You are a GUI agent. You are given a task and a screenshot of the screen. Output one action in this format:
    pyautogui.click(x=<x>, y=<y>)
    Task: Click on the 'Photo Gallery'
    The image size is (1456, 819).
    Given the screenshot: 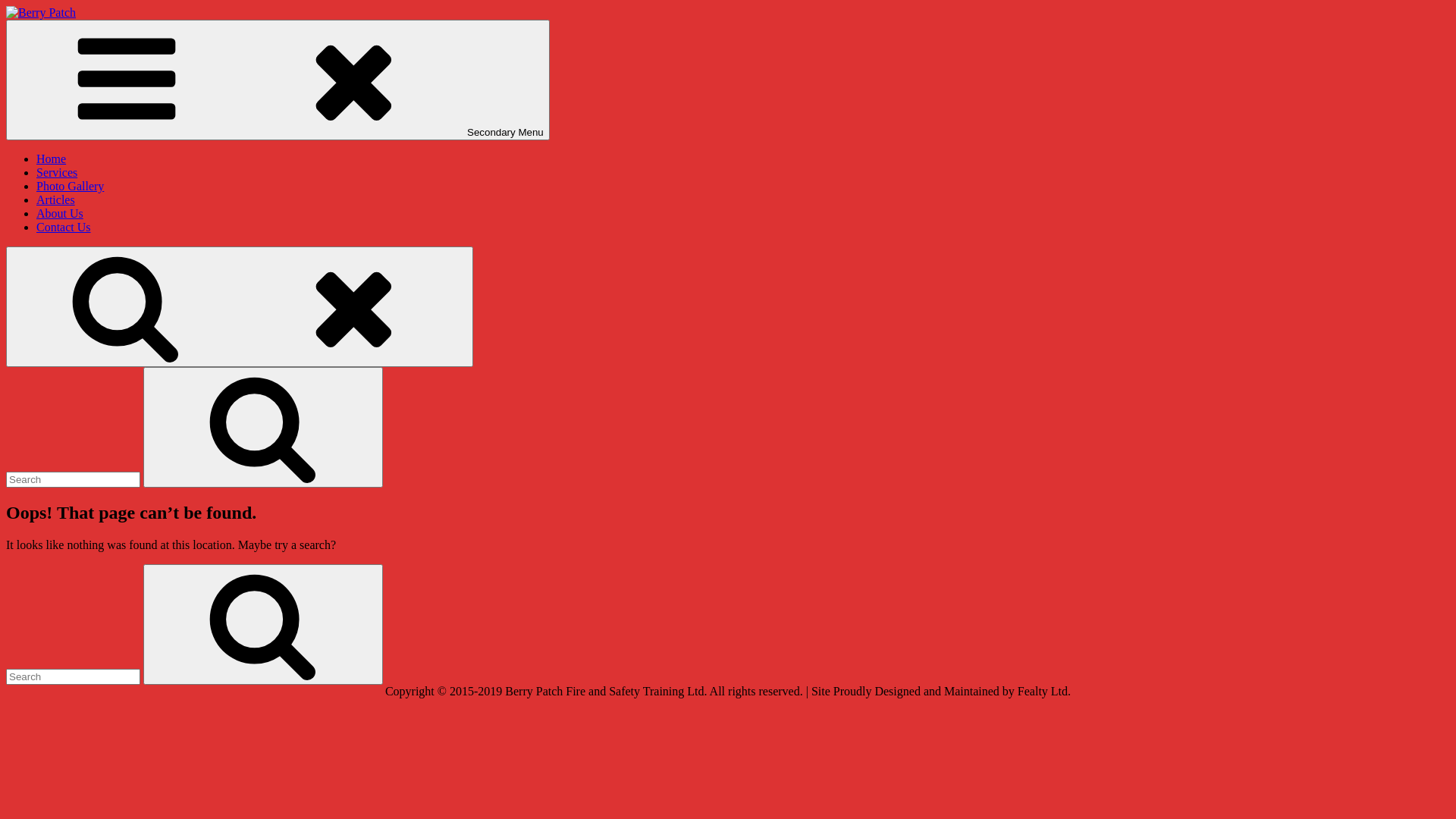 What is the action you would take?
    pyautogui.click(x=36, y=185)
    